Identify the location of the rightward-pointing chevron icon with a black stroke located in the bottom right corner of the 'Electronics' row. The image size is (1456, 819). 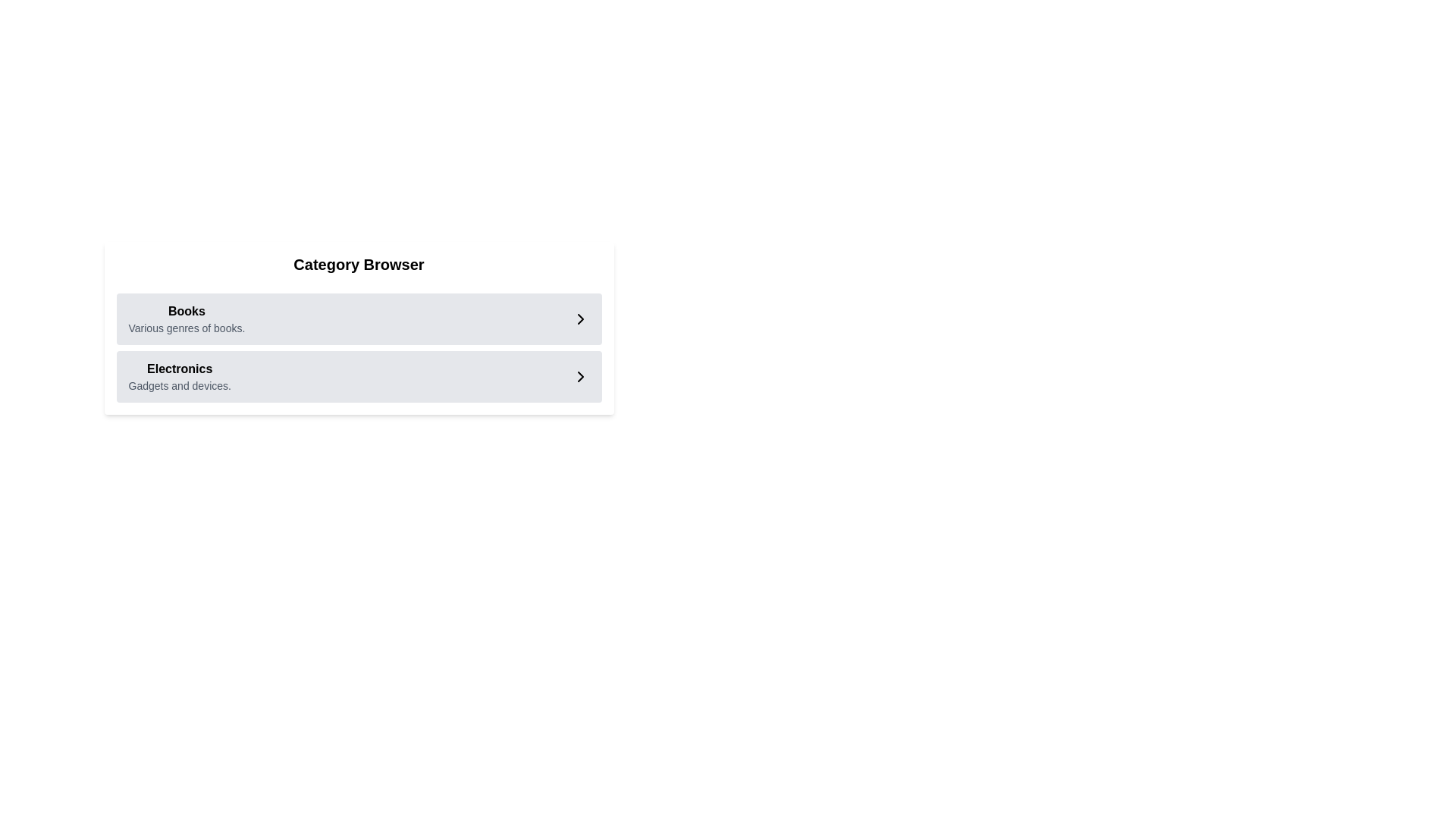
(579, 376).